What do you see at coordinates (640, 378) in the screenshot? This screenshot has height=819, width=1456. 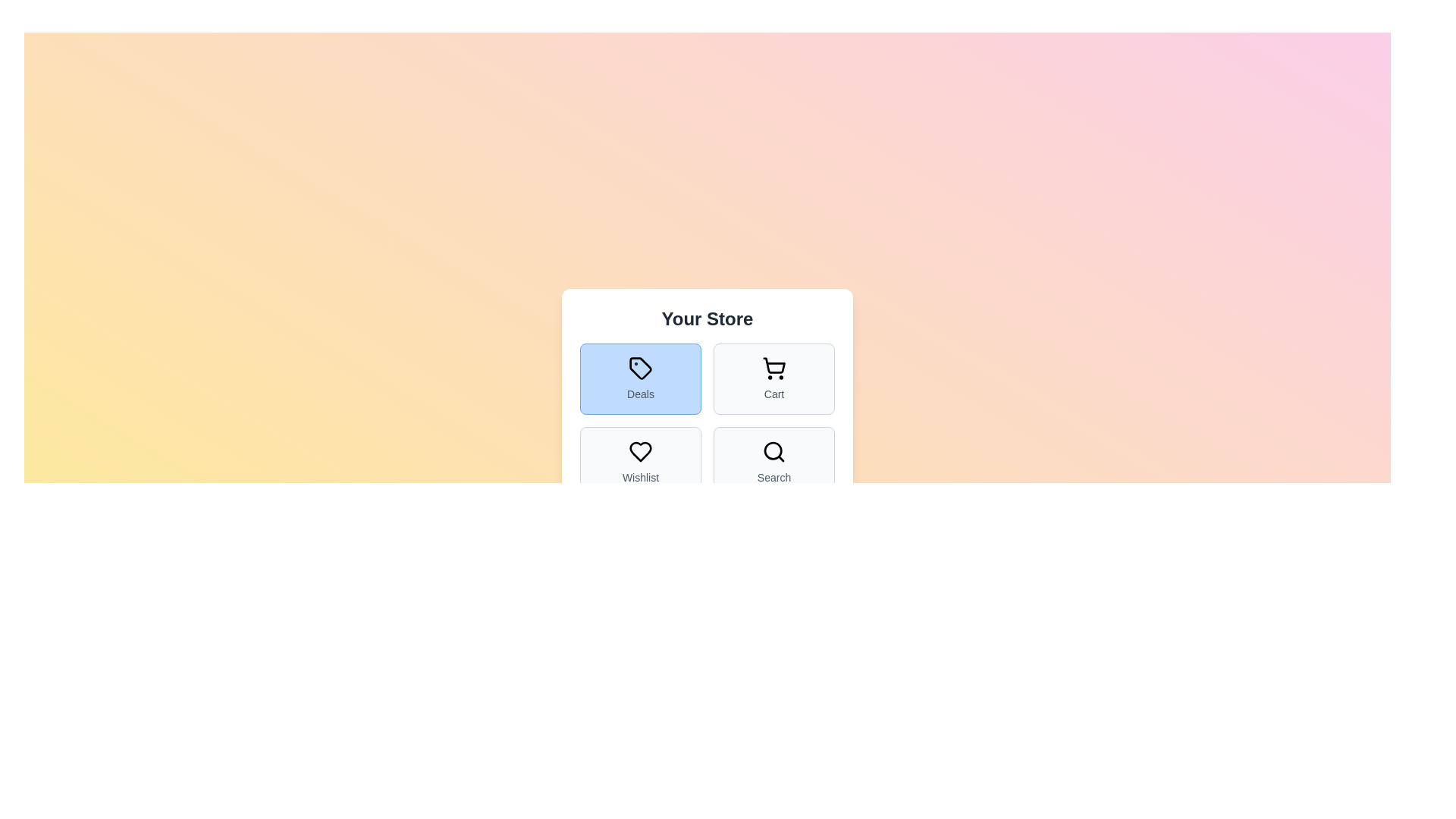 I see `the Deals tab button to observe its hover effect` at bounding box center [640, 378].